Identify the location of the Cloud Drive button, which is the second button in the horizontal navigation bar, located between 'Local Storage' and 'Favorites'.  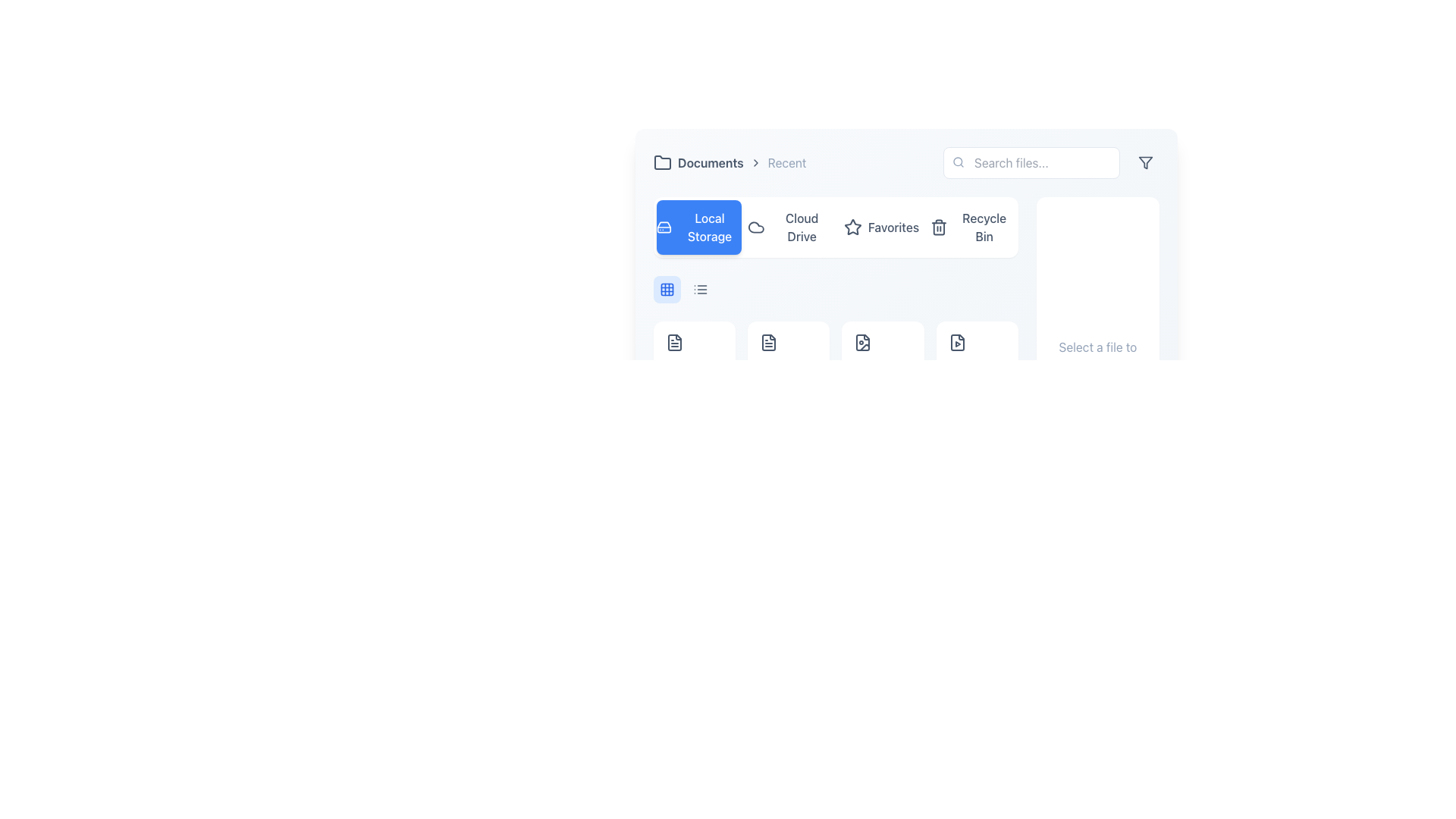
(789, 227).